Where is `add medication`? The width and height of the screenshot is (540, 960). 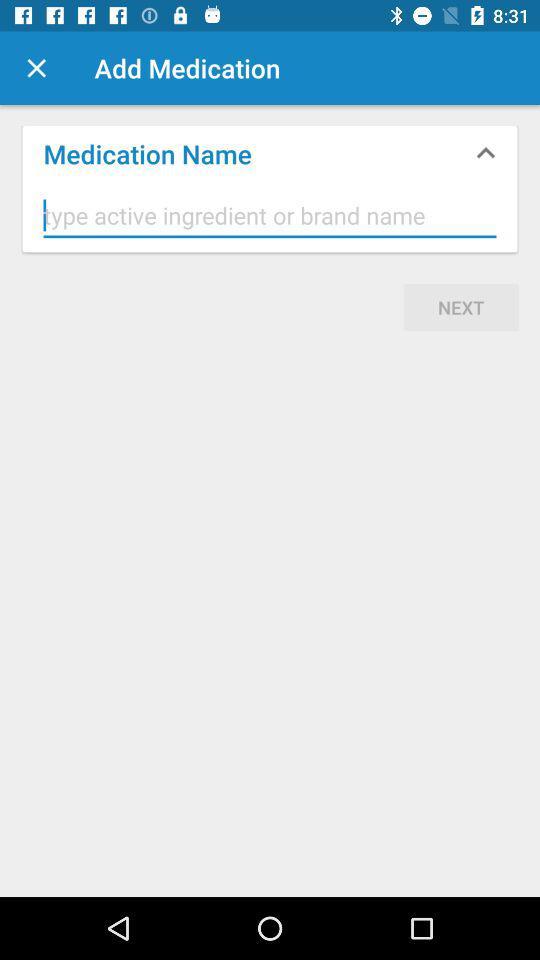 add medication is located at coordinates (36, 68).